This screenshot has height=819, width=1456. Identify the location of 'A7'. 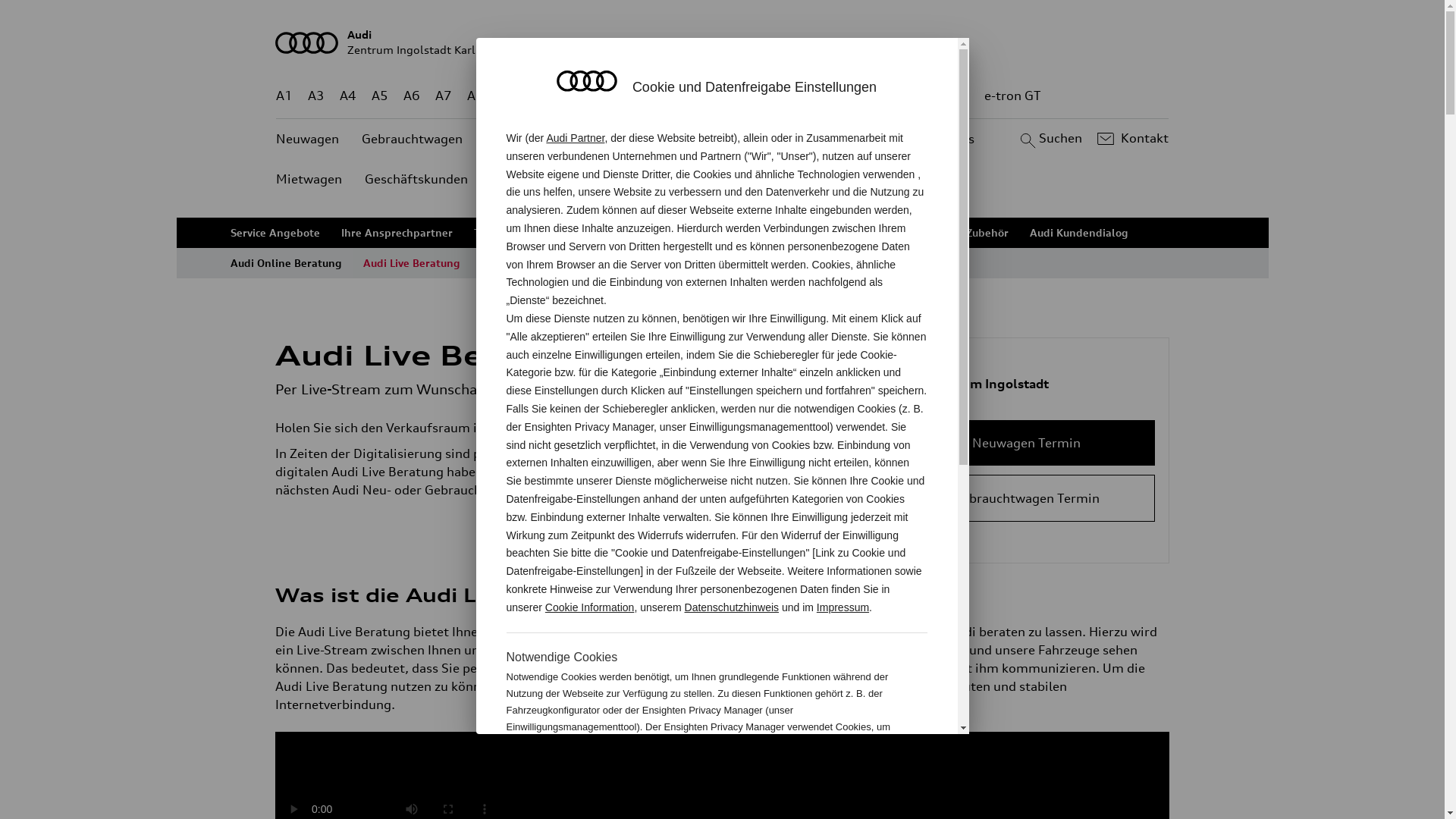
(443, 96).